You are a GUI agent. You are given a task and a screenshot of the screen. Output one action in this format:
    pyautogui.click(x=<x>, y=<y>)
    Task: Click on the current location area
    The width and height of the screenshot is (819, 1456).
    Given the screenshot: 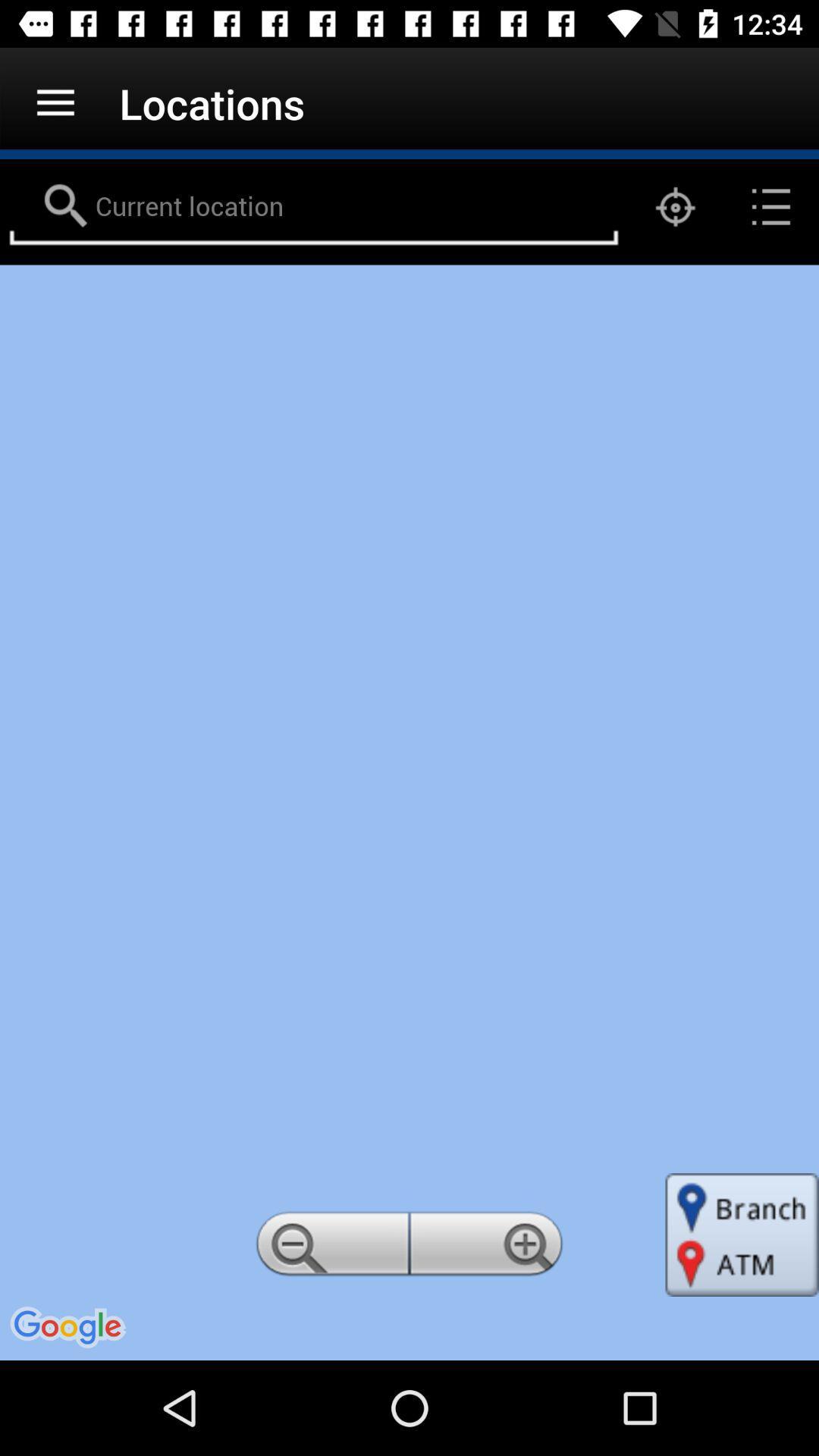 What is the action you would take?
    pyautogui.click(x=312, y=206)
    